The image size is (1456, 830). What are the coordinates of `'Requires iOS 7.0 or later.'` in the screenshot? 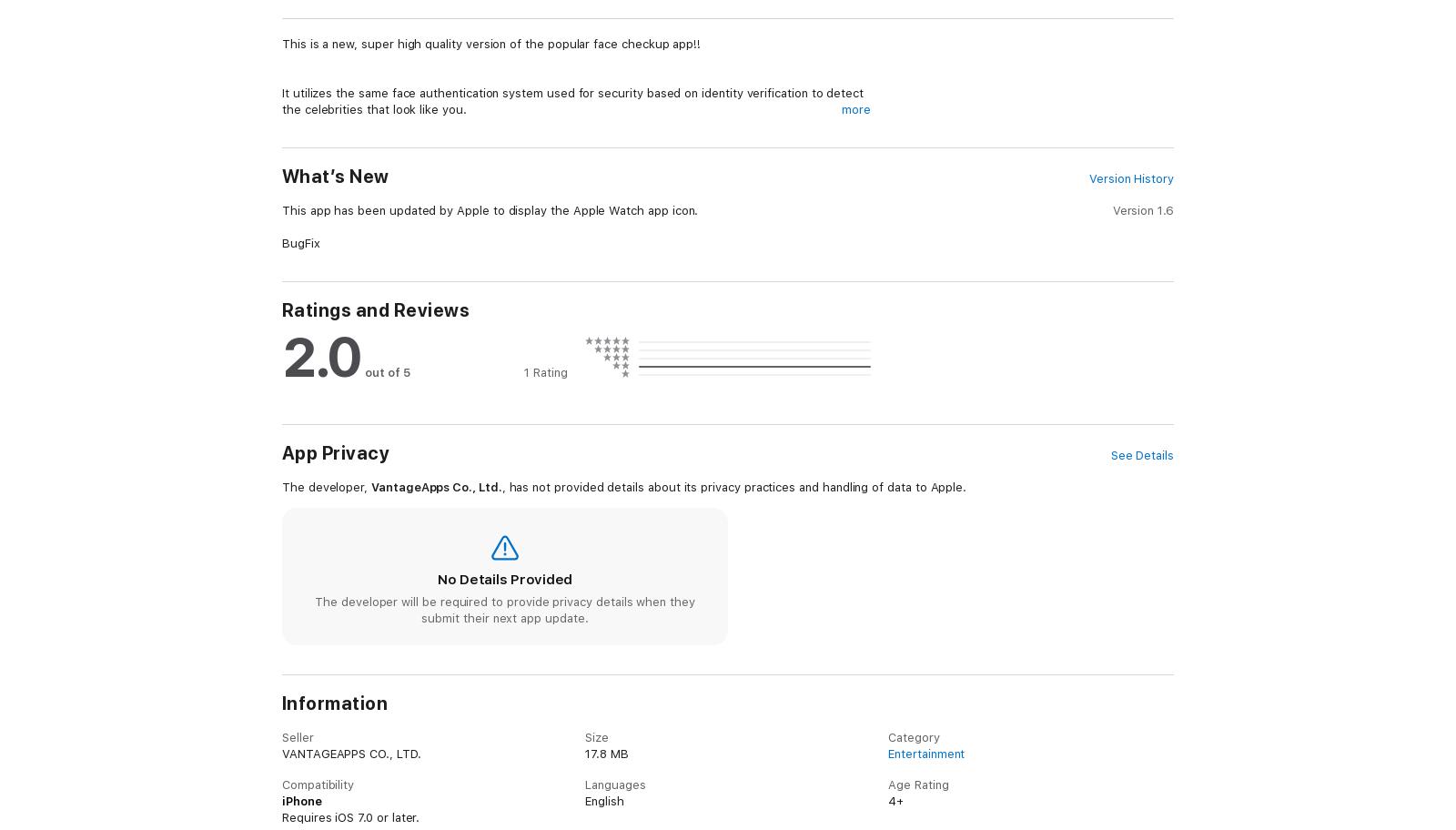 It's located at (350, 816).